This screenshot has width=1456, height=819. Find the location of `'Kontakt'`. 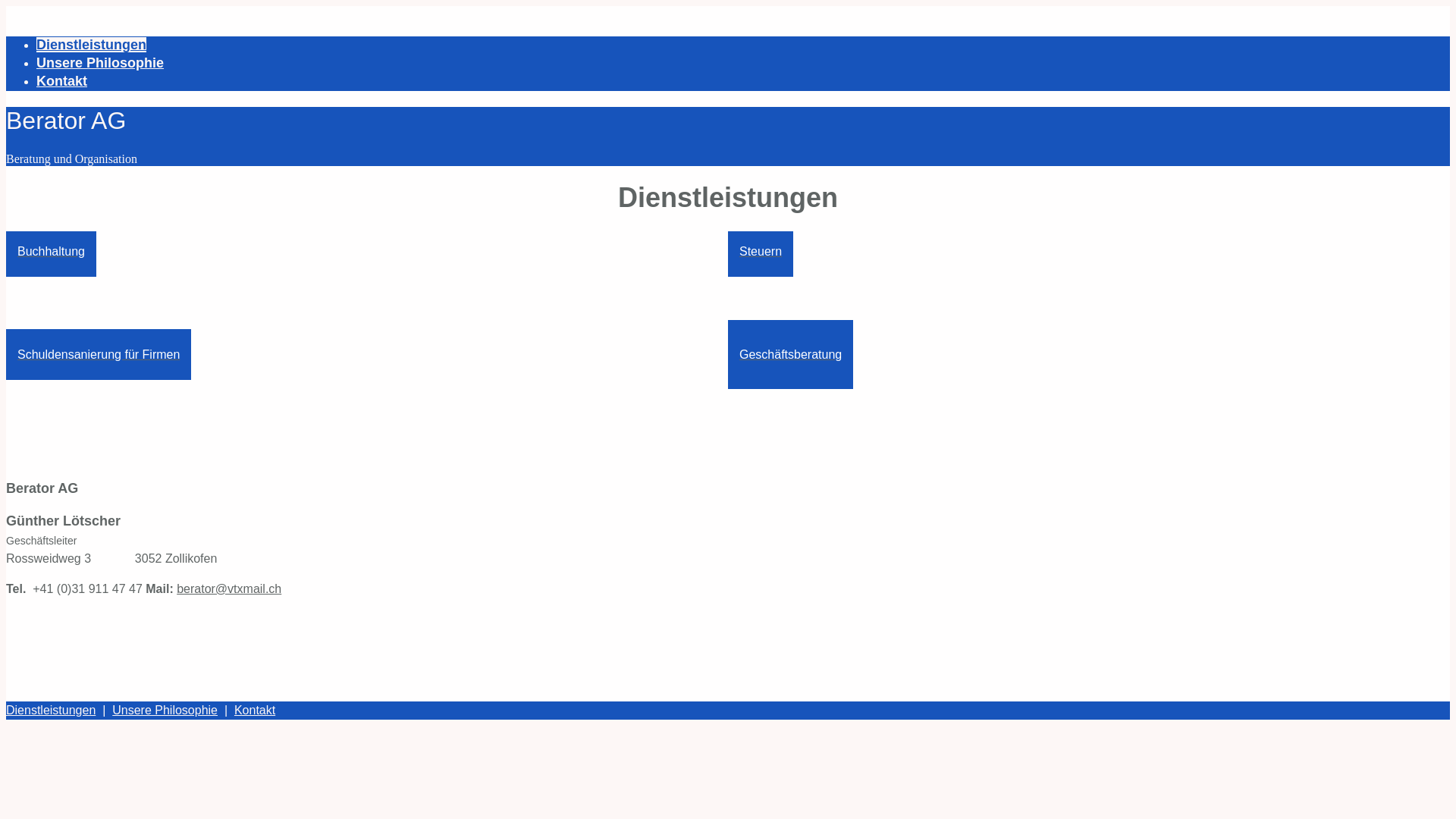

'Kontakt' is located at coordinates (233, 710).